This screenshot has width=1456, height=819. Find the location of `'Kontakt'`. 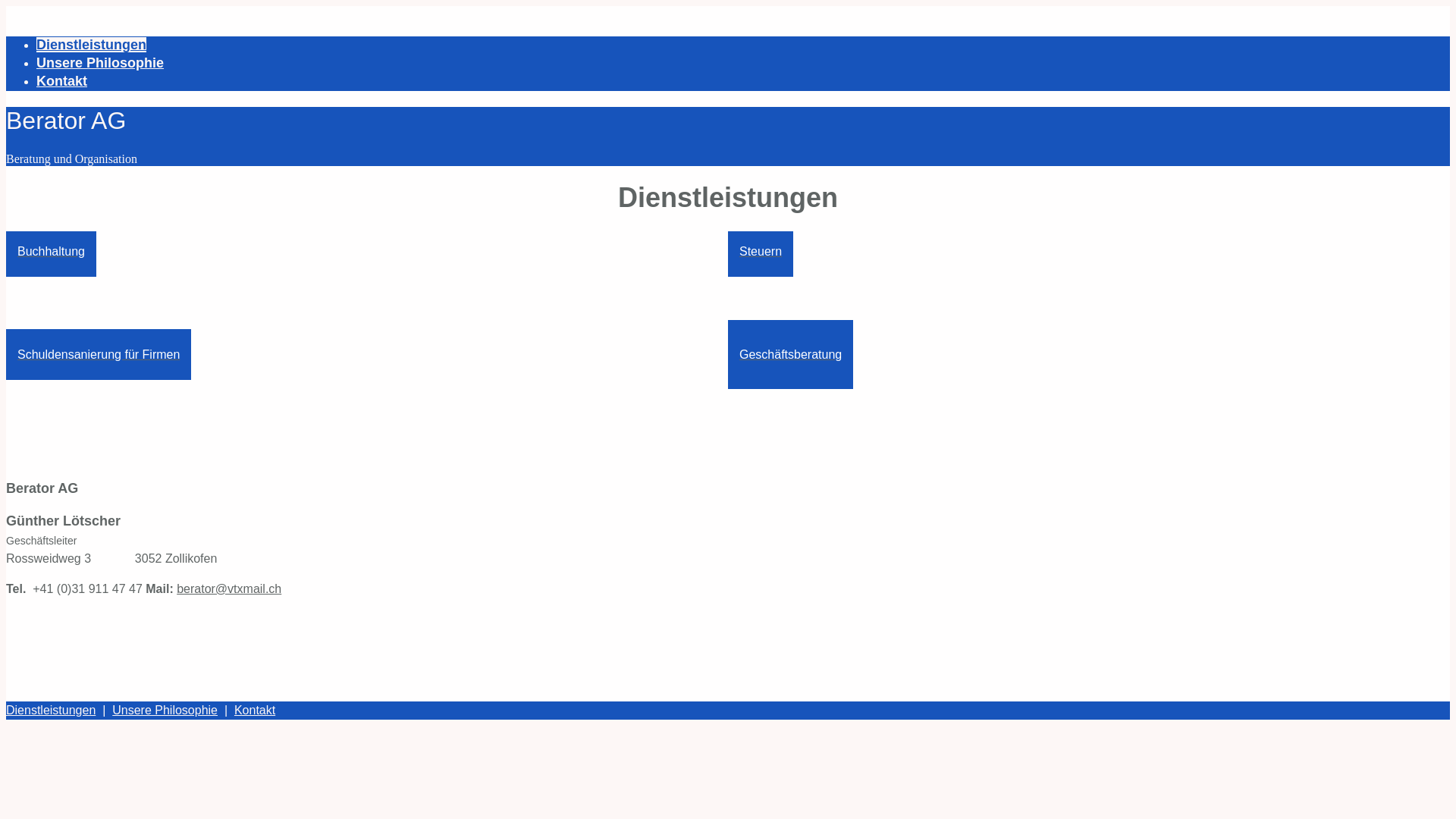

'Kontakt' is located at coordinates (233, 710).